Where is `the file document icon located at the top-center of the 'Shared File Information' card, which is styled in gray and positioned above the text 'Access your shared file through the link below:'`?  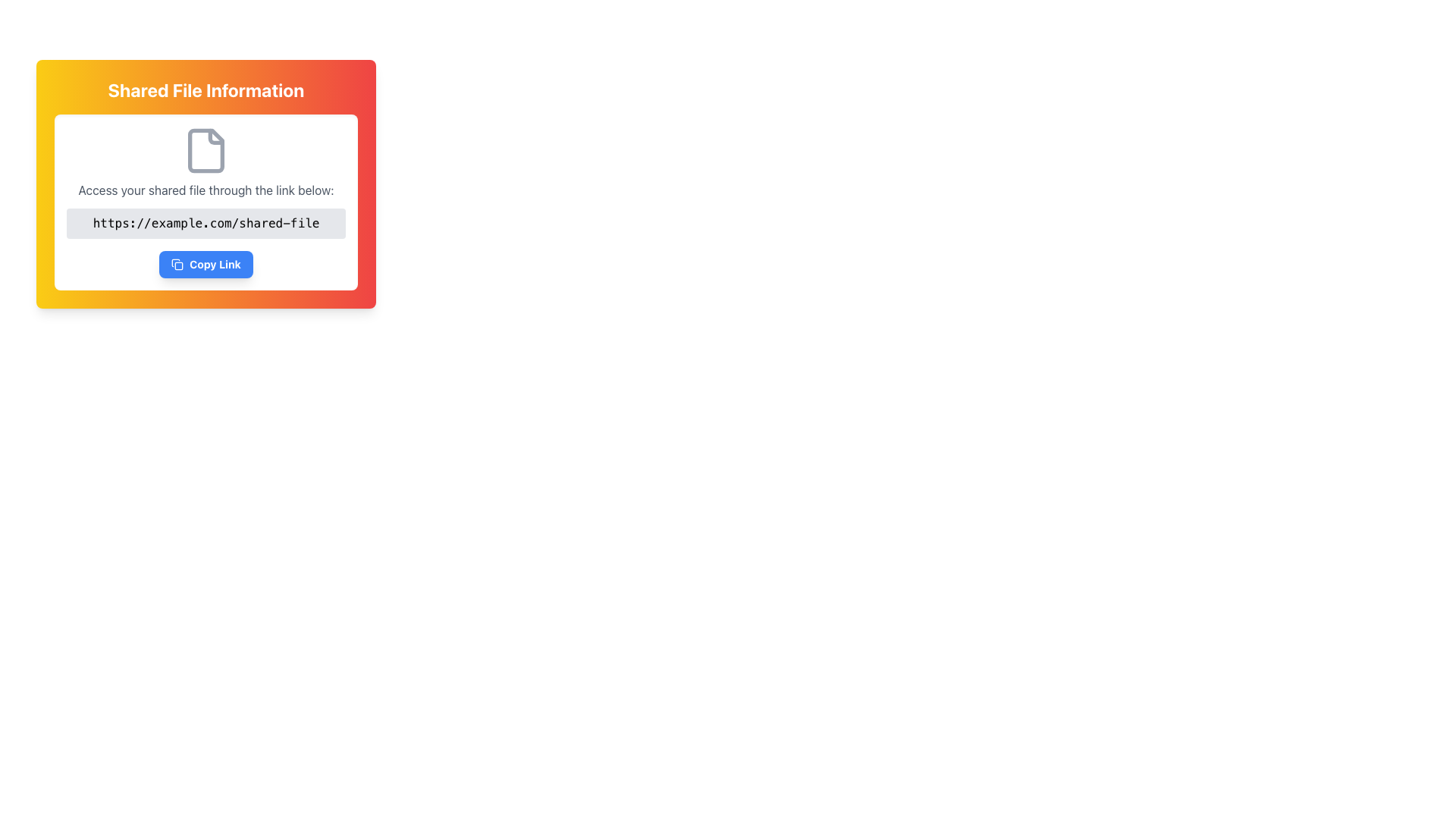
the file document icon located at the top-center of the 'Shared File Information' card, which is styled in gray and positioned above the text 'Access your shared file through the link below:' is located at coordinates (206, 151).